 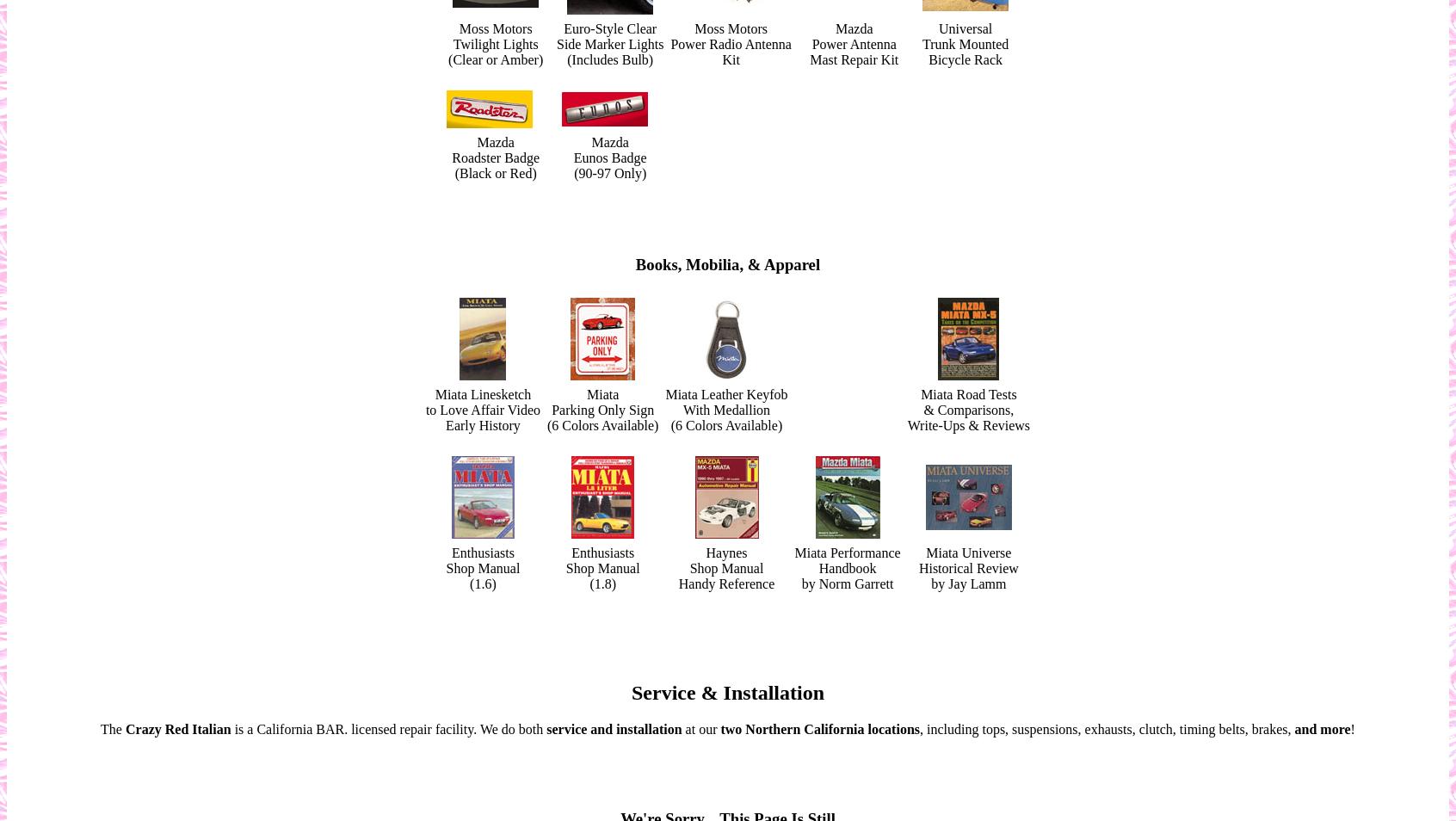 I want to click on 'Miata Universe', so click(x=925, y=551).